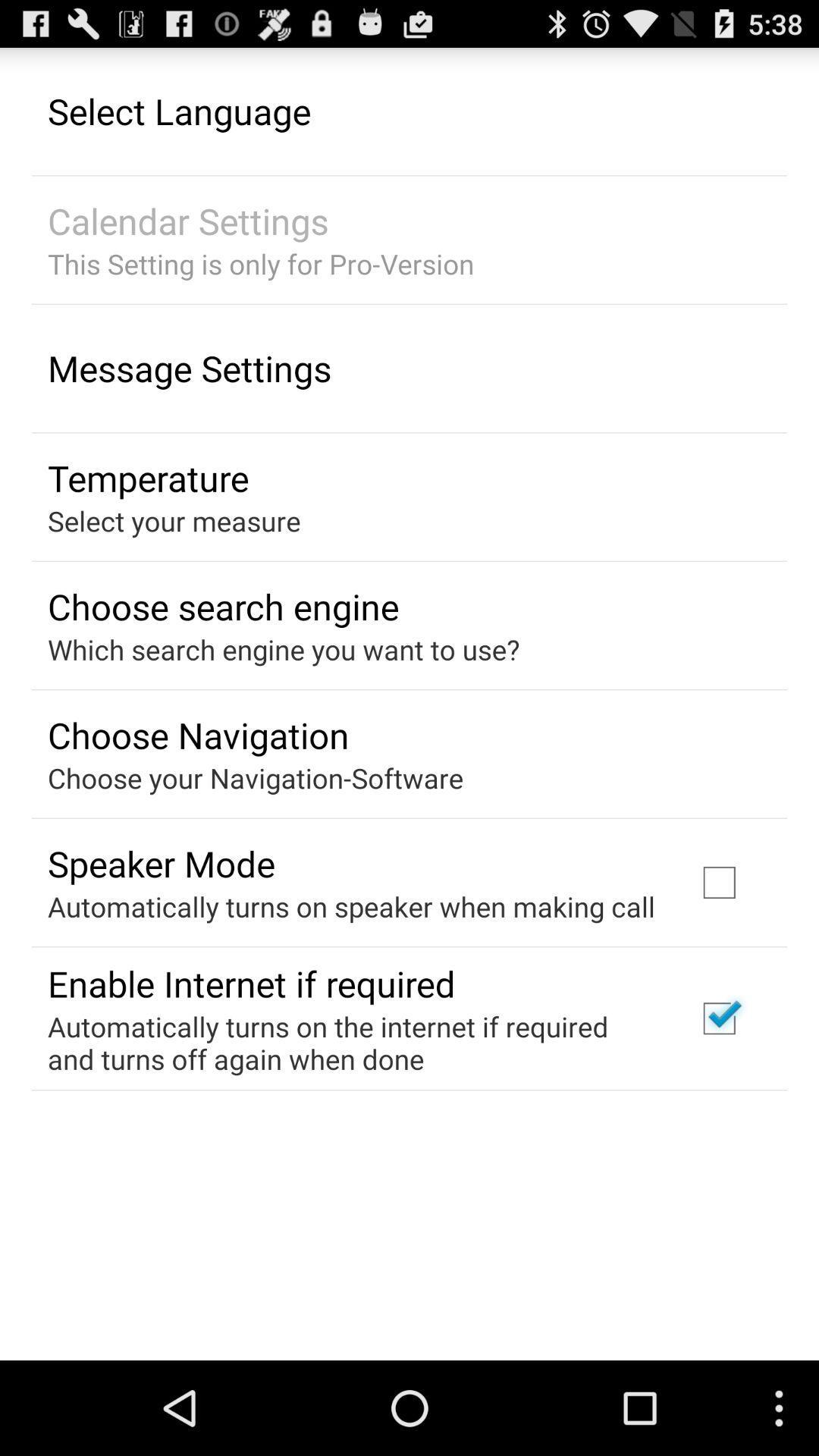  What do you see at coordinates (260, 263) in the screenshot?
I see `the app below calendar settings` at bounding box center [260, 263].